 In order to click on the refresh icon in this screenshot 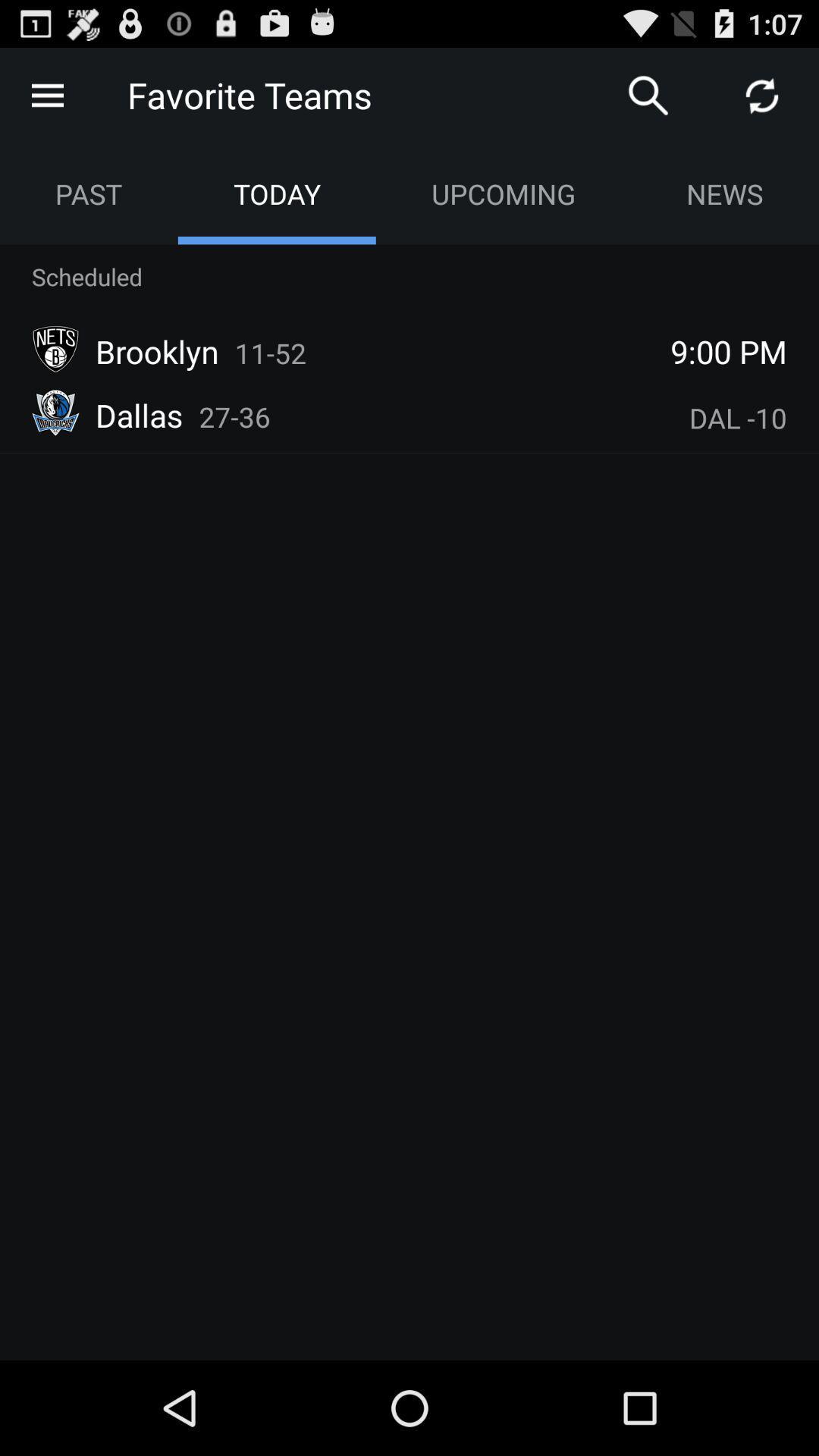, I will do `click(762, 101)`.